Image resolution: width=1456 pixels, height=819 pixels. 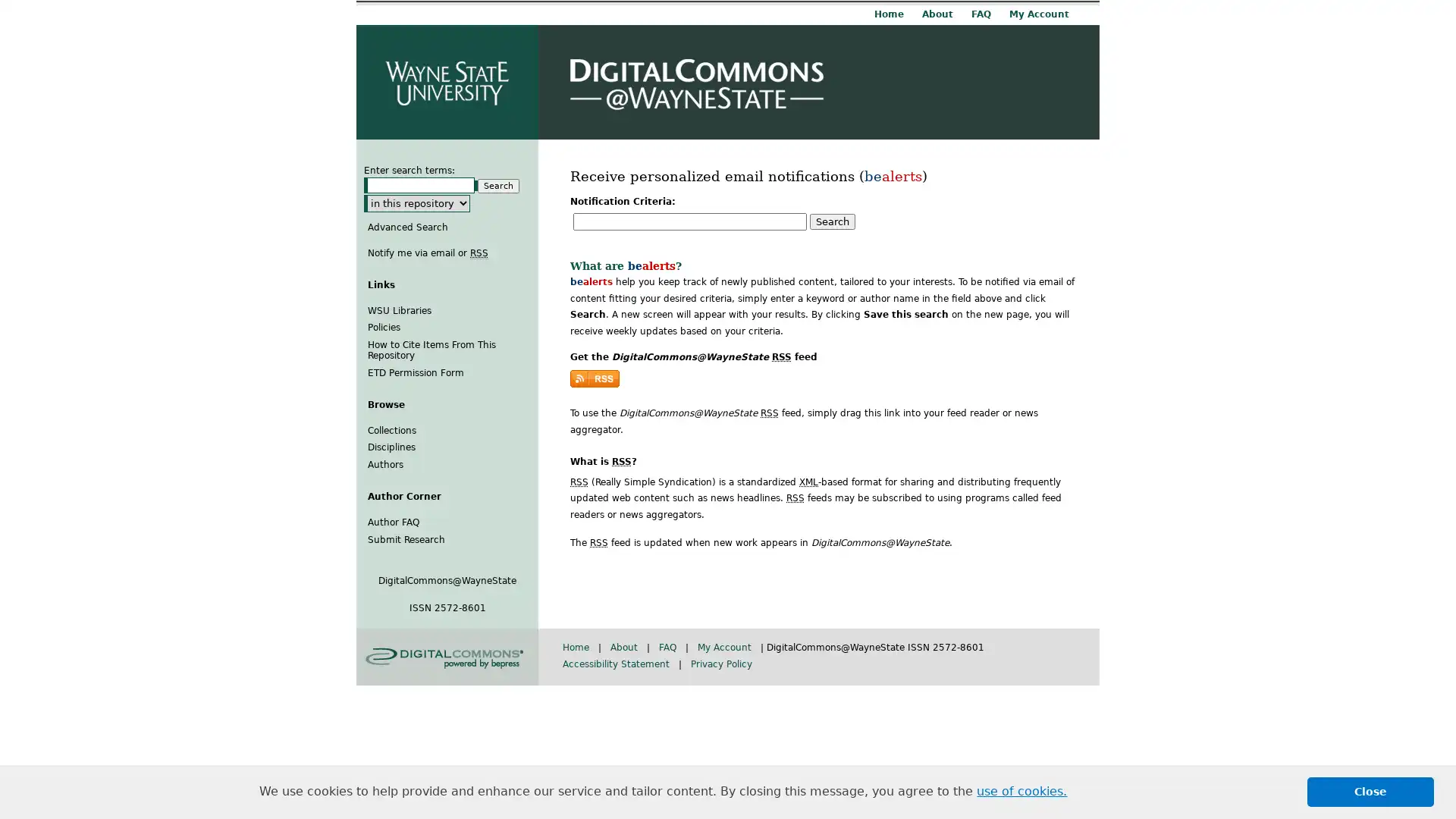 What do you see at coordinates (1021, 791) in the screenshot?
I see `learn more about cookies` at bounding box center [1021, 791].